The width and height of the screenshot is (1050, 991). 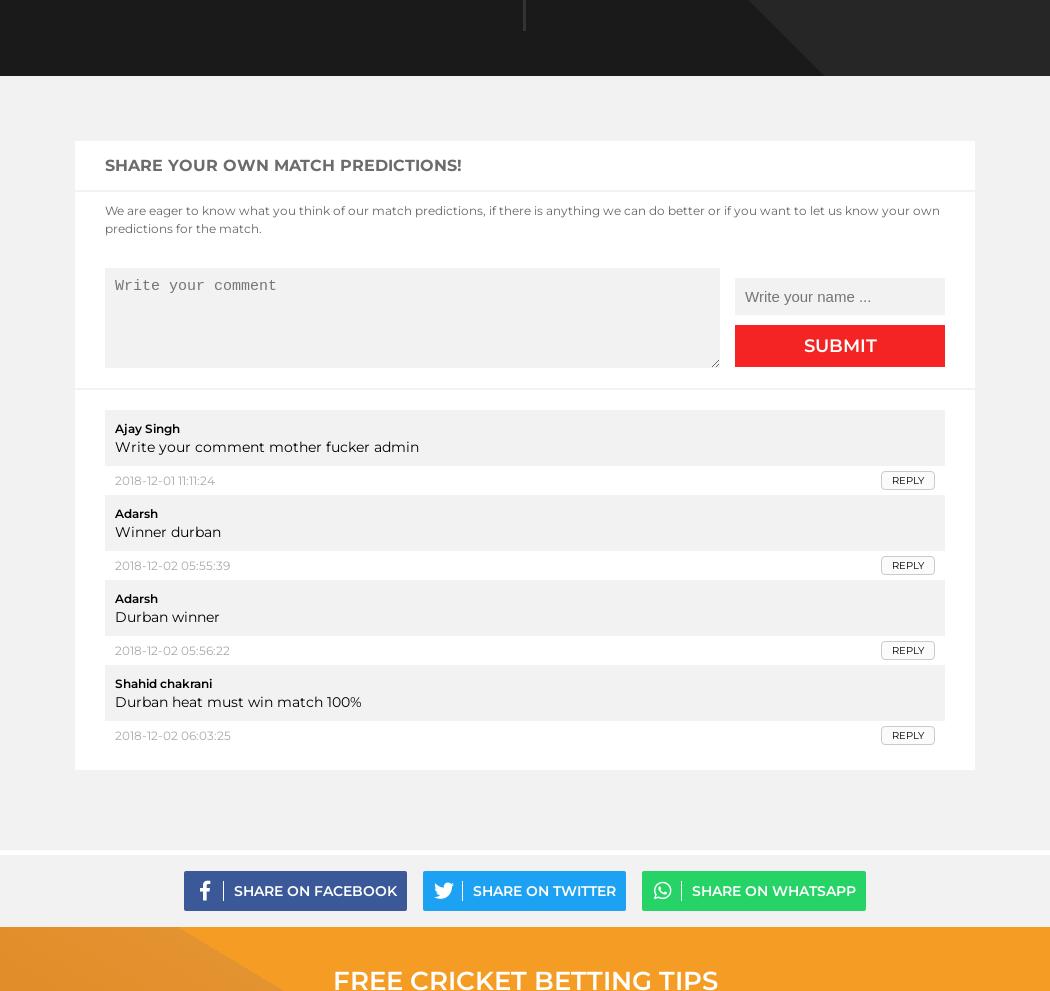 I want to click on 'Share on Facebook', so click(x=234, y=891).